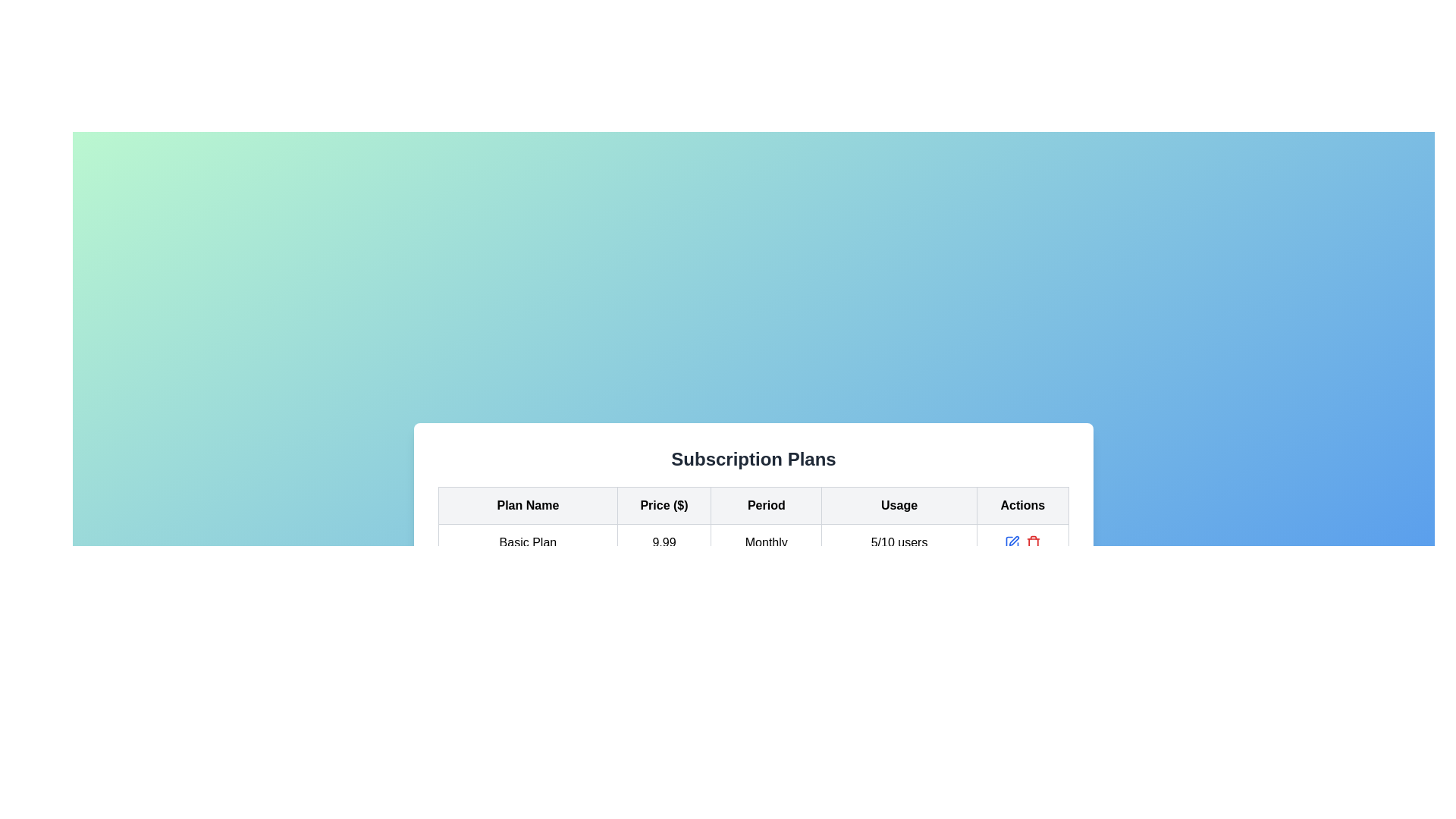 The image size is (1456, 819). What do you see at coordinates (766, 541) in the screenshot?
I see `the static text cell displaying 'Monthly', which is the third element in the row under the 'Period' column, between '9.99' and '5/10 users'` at bounding box center [766, 541].